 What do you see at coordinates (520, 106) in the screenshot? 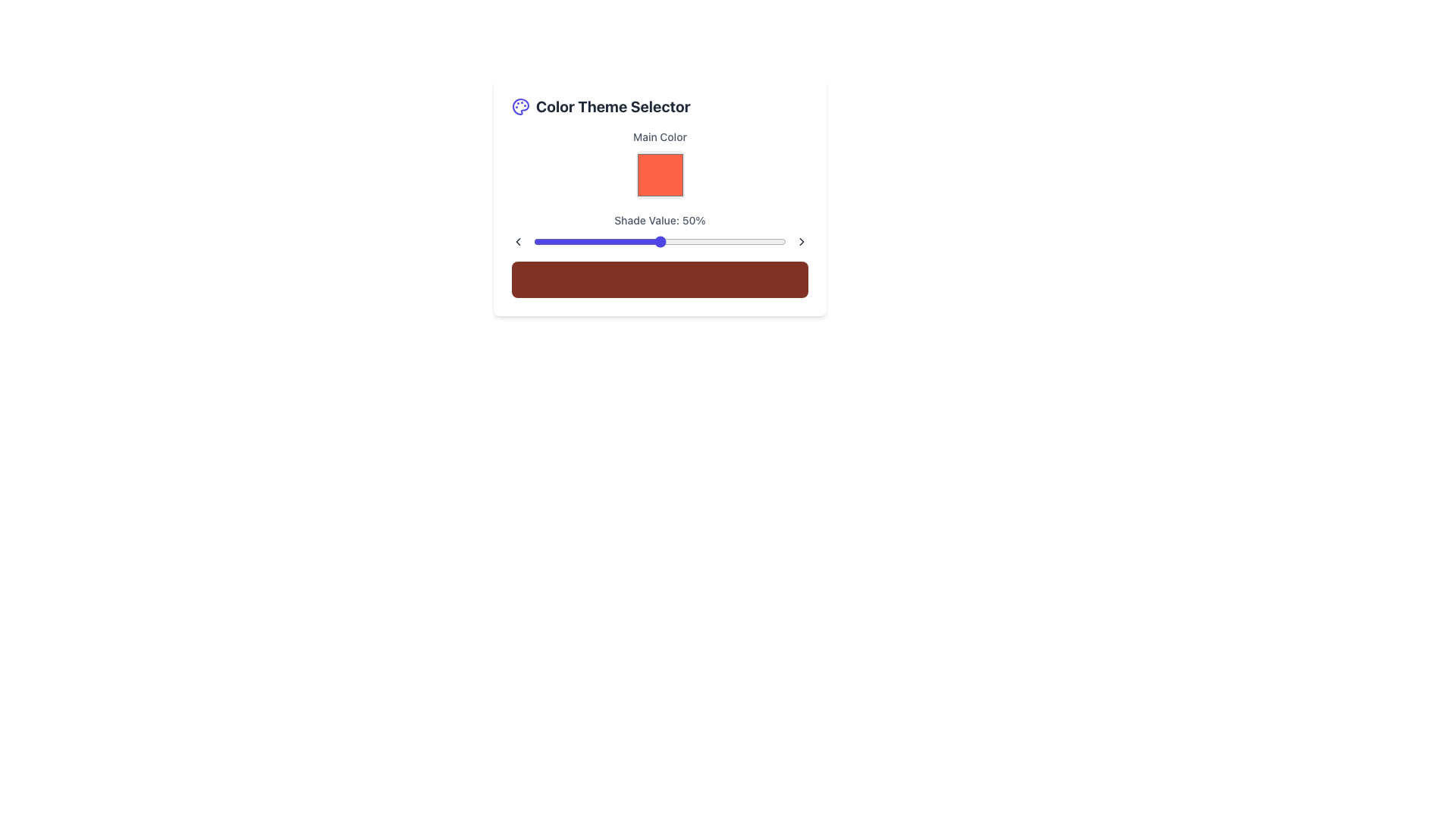
I see `the Decorative Icon located to the left of the 'Color Theme Selector' heading, visually representing the concept of color selection` at bounding box center [520, 106].